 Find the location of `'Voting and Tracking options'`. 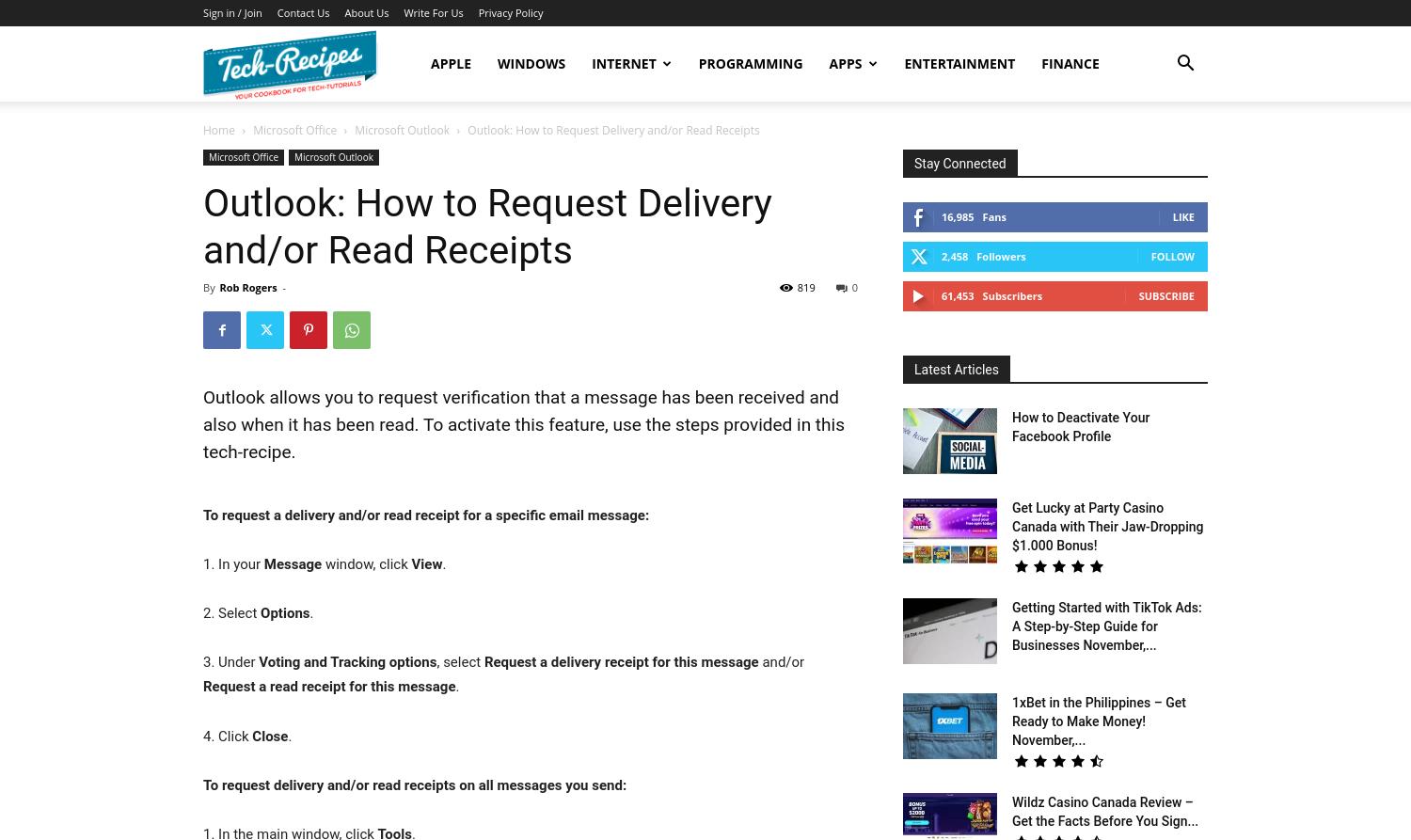

'Voting and Tracking options' is located at coordinates (346, 662).